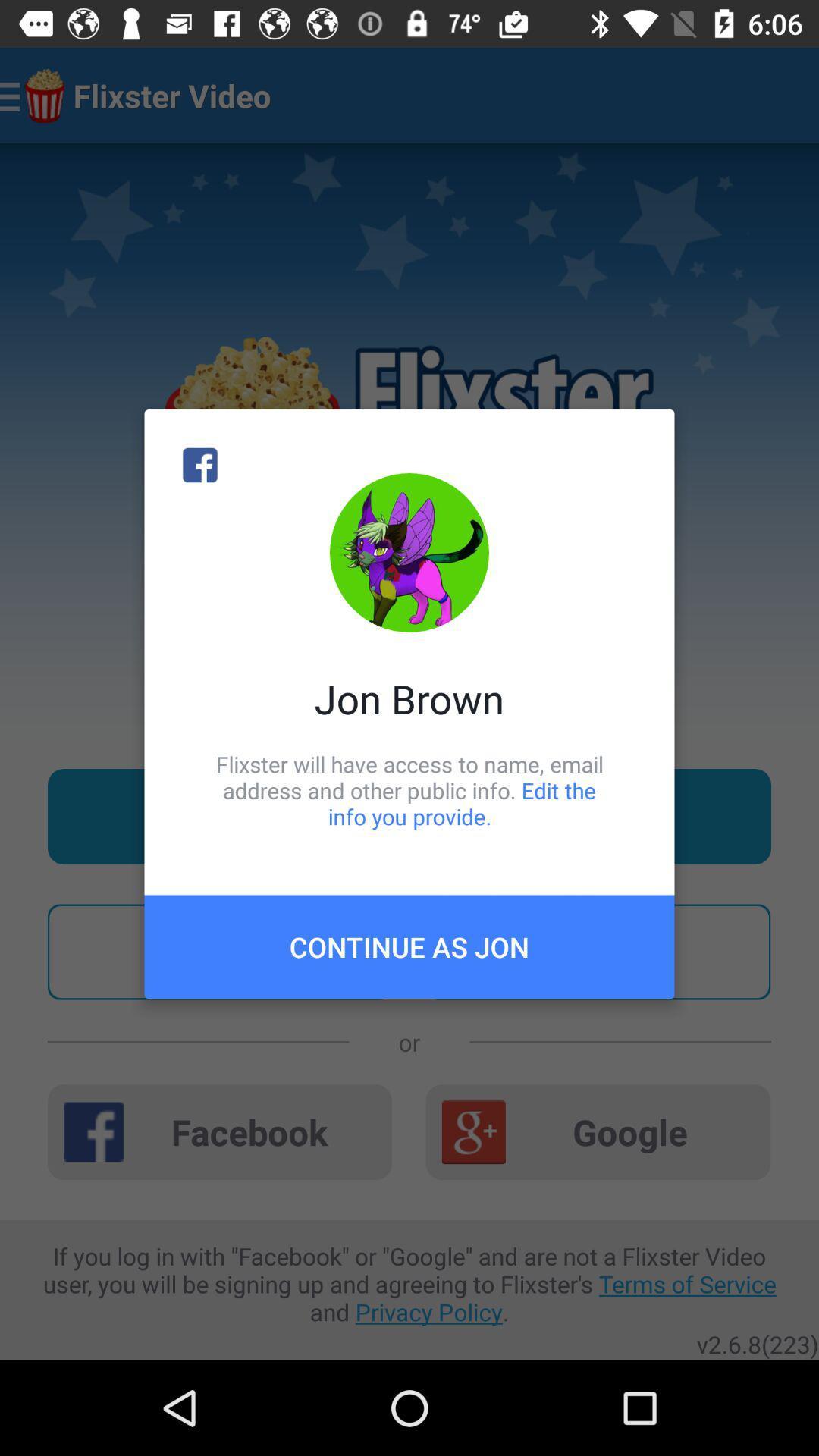 This screenshot has width=819, height=1456. Describe the element at coordinates (409, 946) in the screenshot. I see `continue as jon item` at that location.